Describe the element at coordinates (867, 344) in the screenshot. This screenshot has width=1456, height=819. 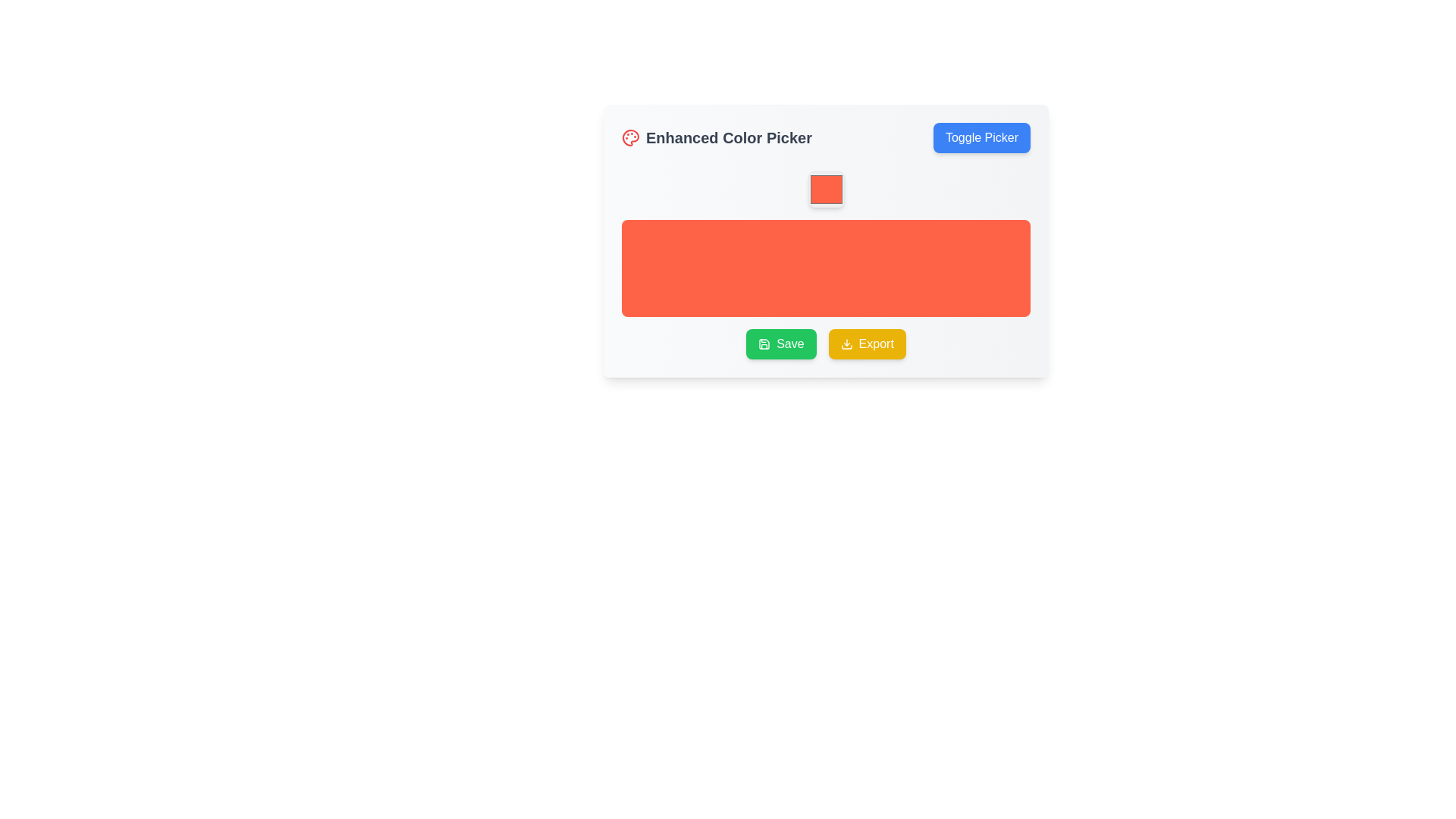
I see `the 'Export' button located to the right of the 'Save' button at the bottom of the interface` at that location.